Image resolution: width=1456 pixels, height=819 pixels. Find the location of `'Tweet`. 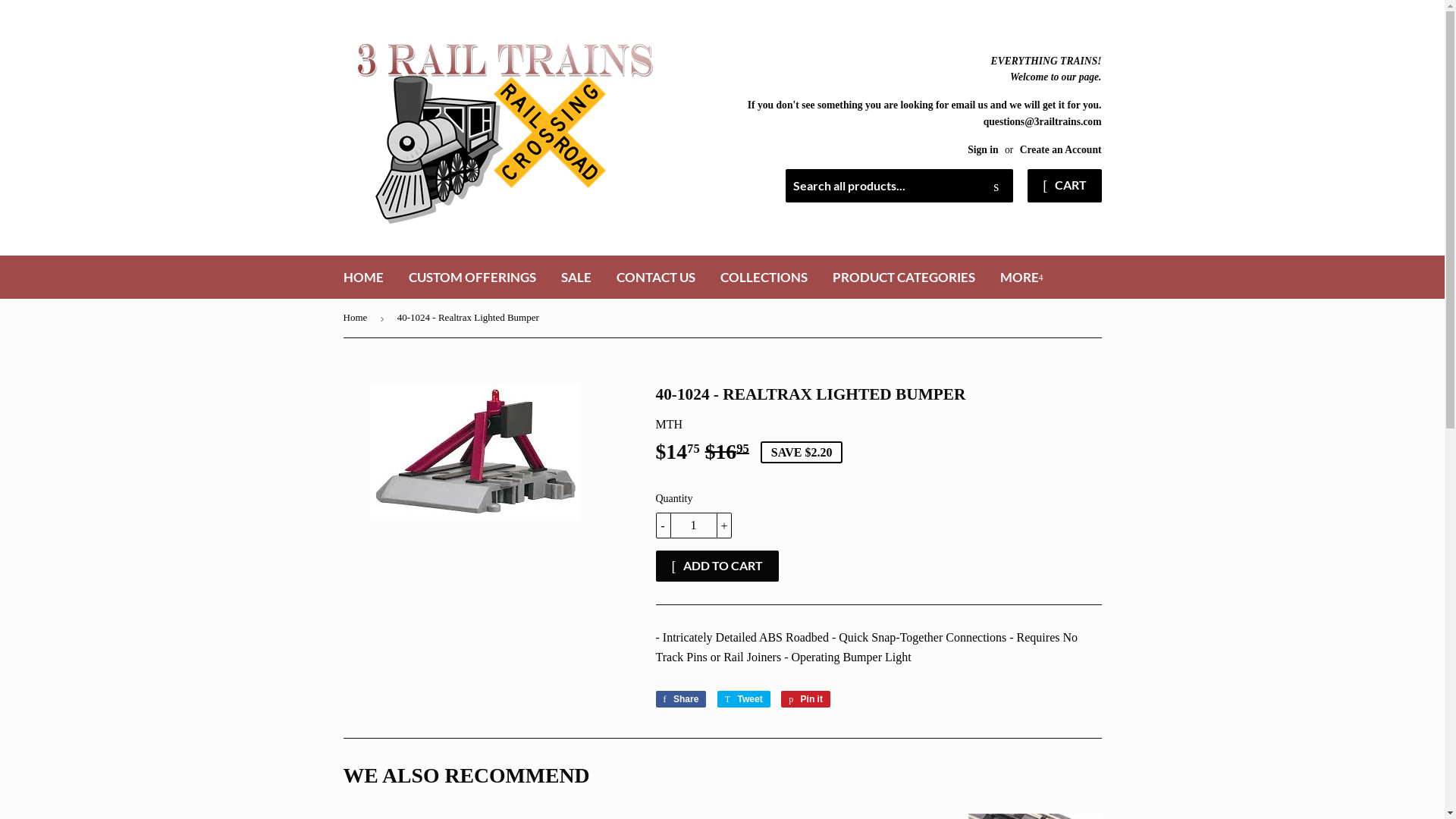

'Tweet is located at coordinates (716, 698).